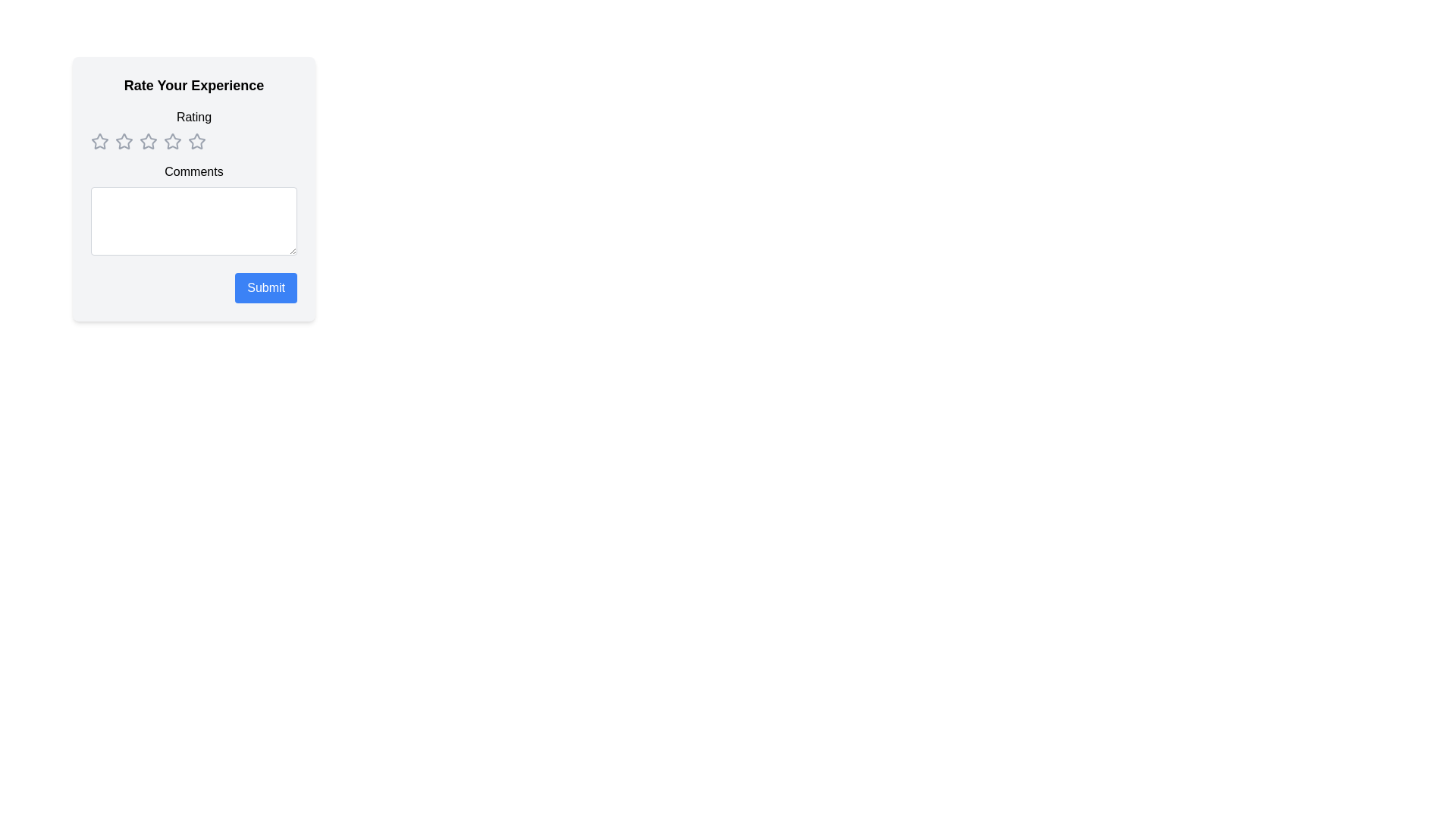 The image size is (1456, 819). Describe the element at coordinates (149, 141) in the screenshot. I see `the fourth star icon in the rating feature` at that location.